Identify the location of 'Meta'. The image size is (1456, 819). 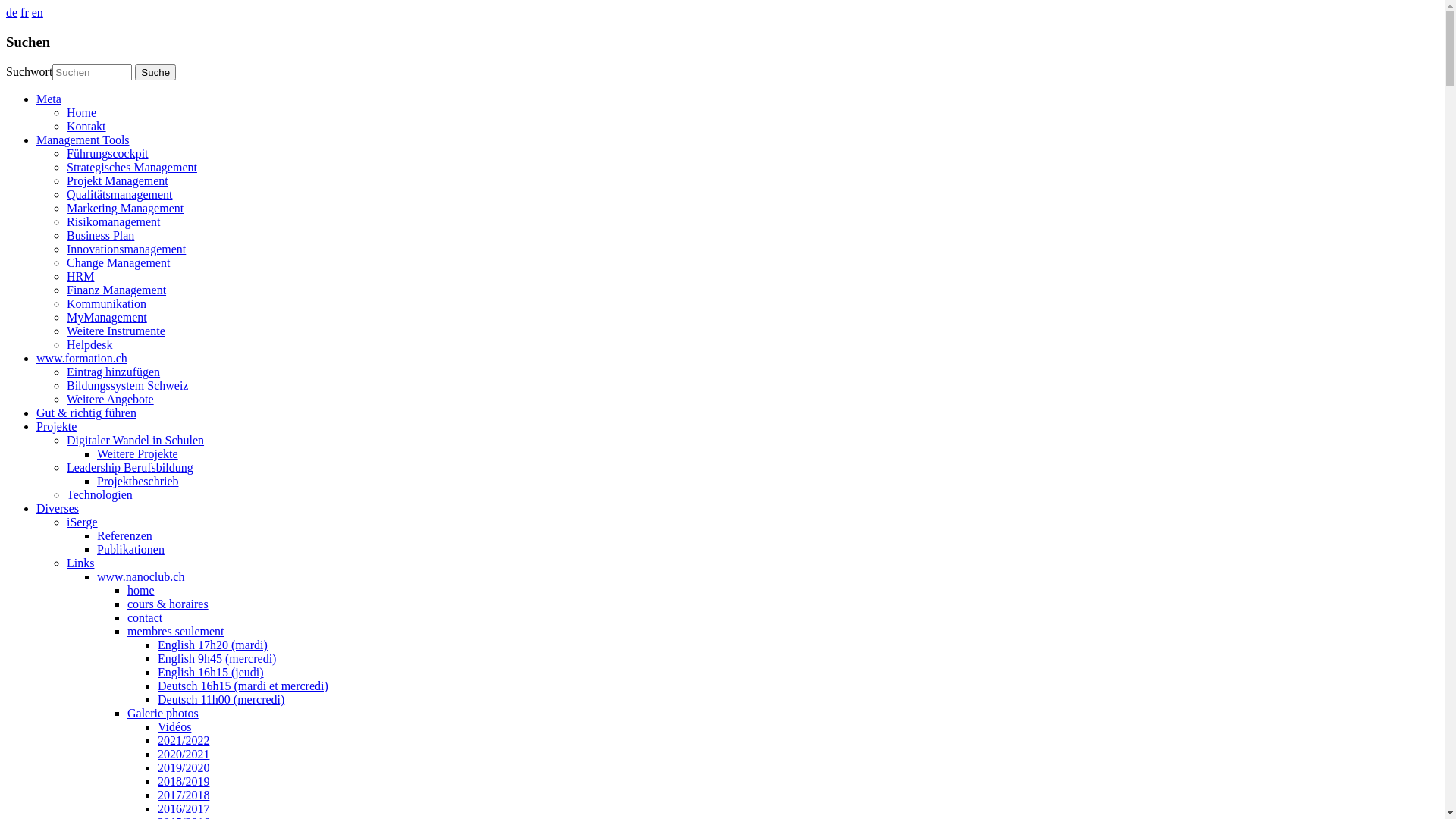
(49, 99).